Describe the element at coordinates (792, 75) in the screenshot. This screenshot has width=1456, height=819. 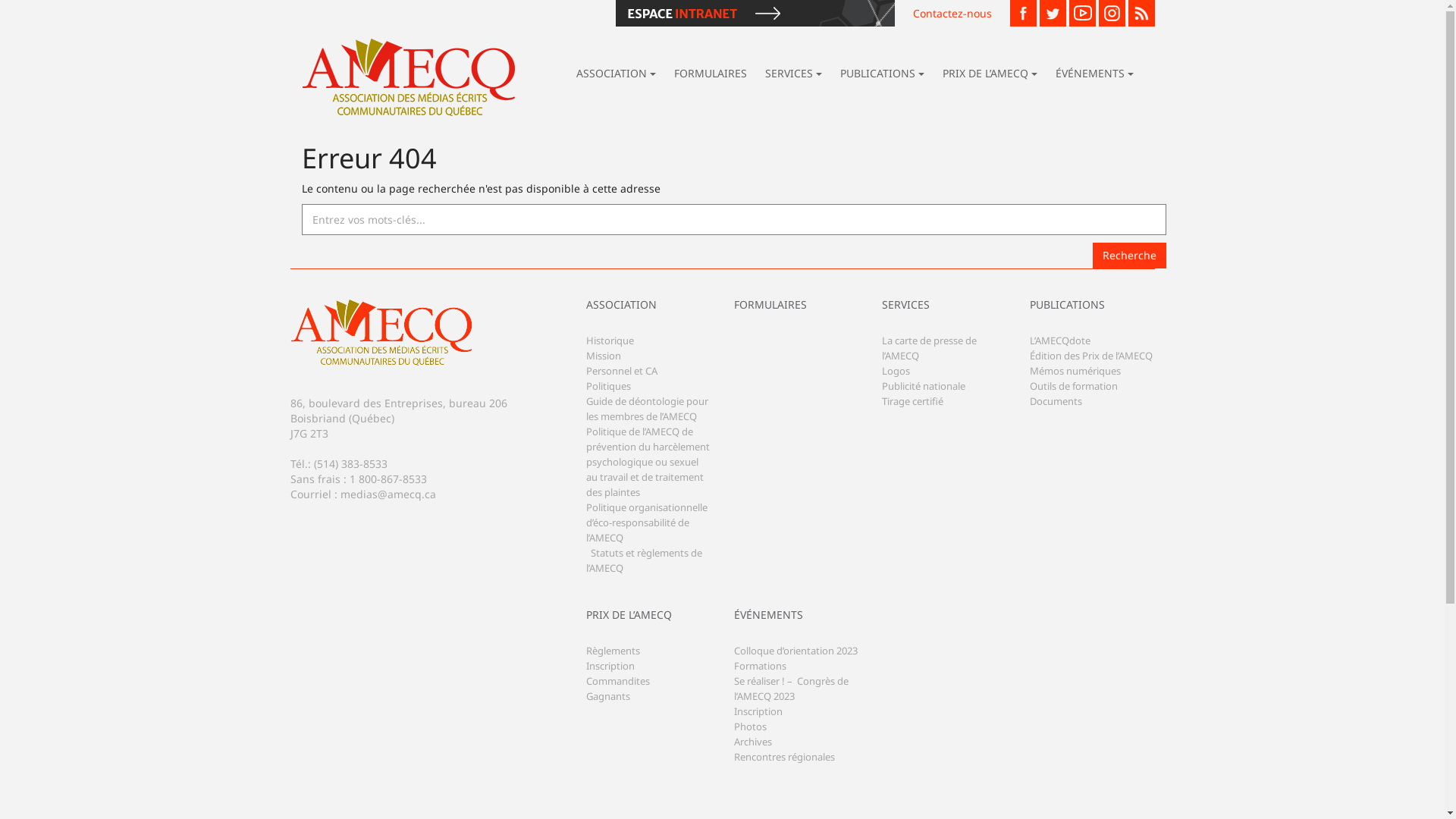
I see `'SERVICES'` at that location.